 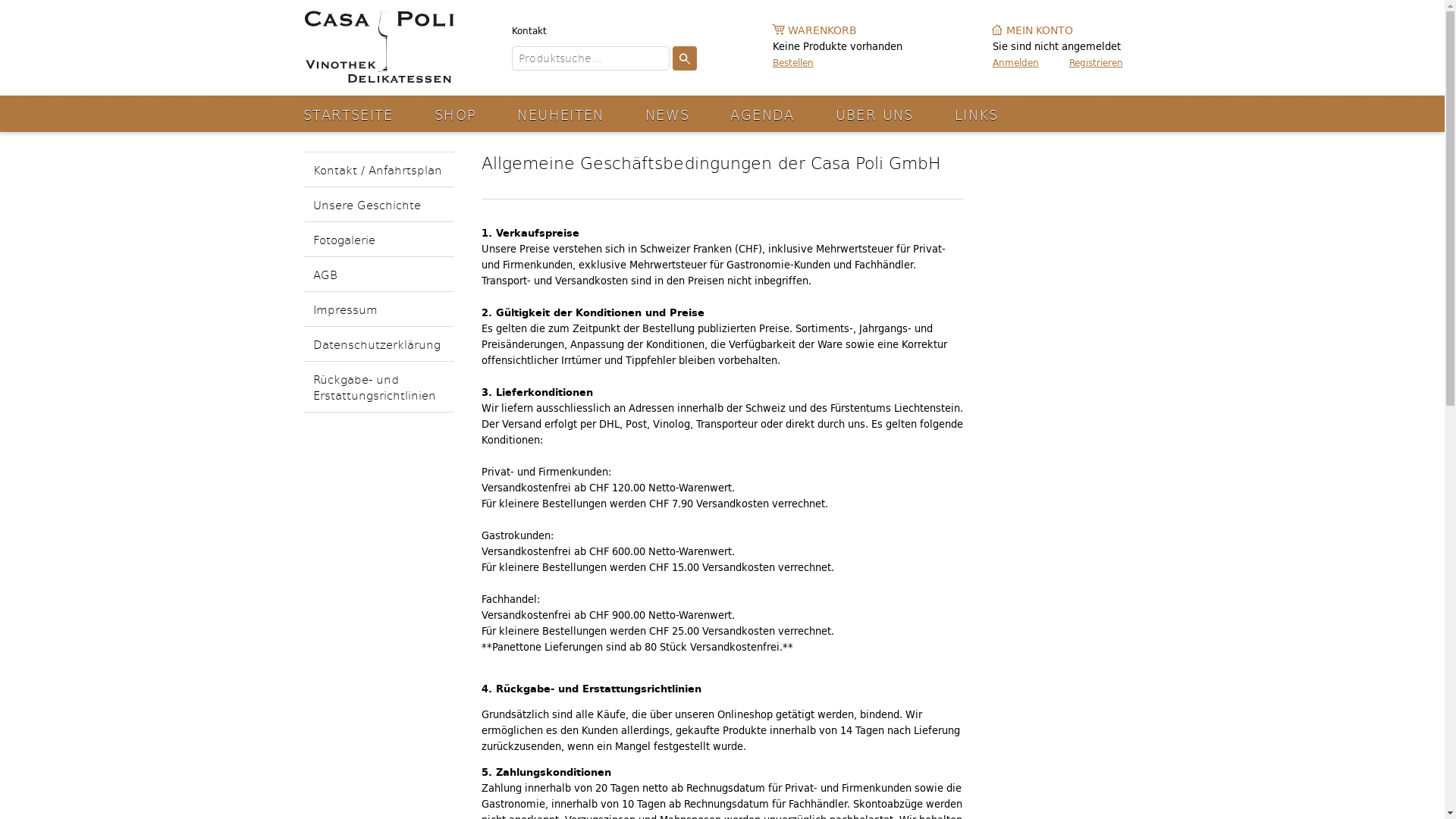 I want to click on 'Suchen', so click(x=683, y=58).